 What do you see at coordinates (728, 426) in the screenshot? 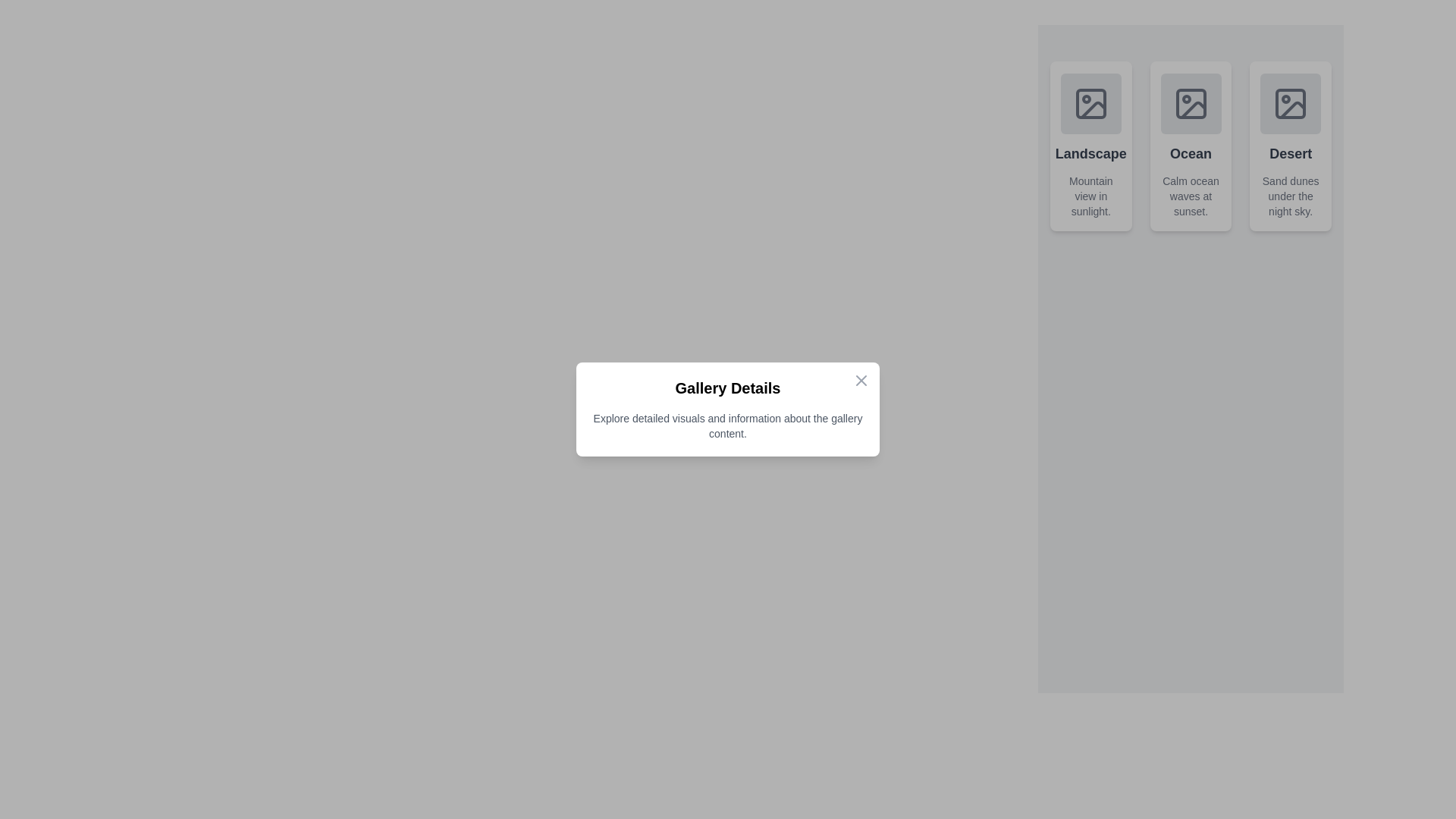
I see `the Text element that provides descriptive information about the gallery content, located centrally at the bottom of the card, directly below the 'Gallery Details' heading` at bounding box center [728, 426].